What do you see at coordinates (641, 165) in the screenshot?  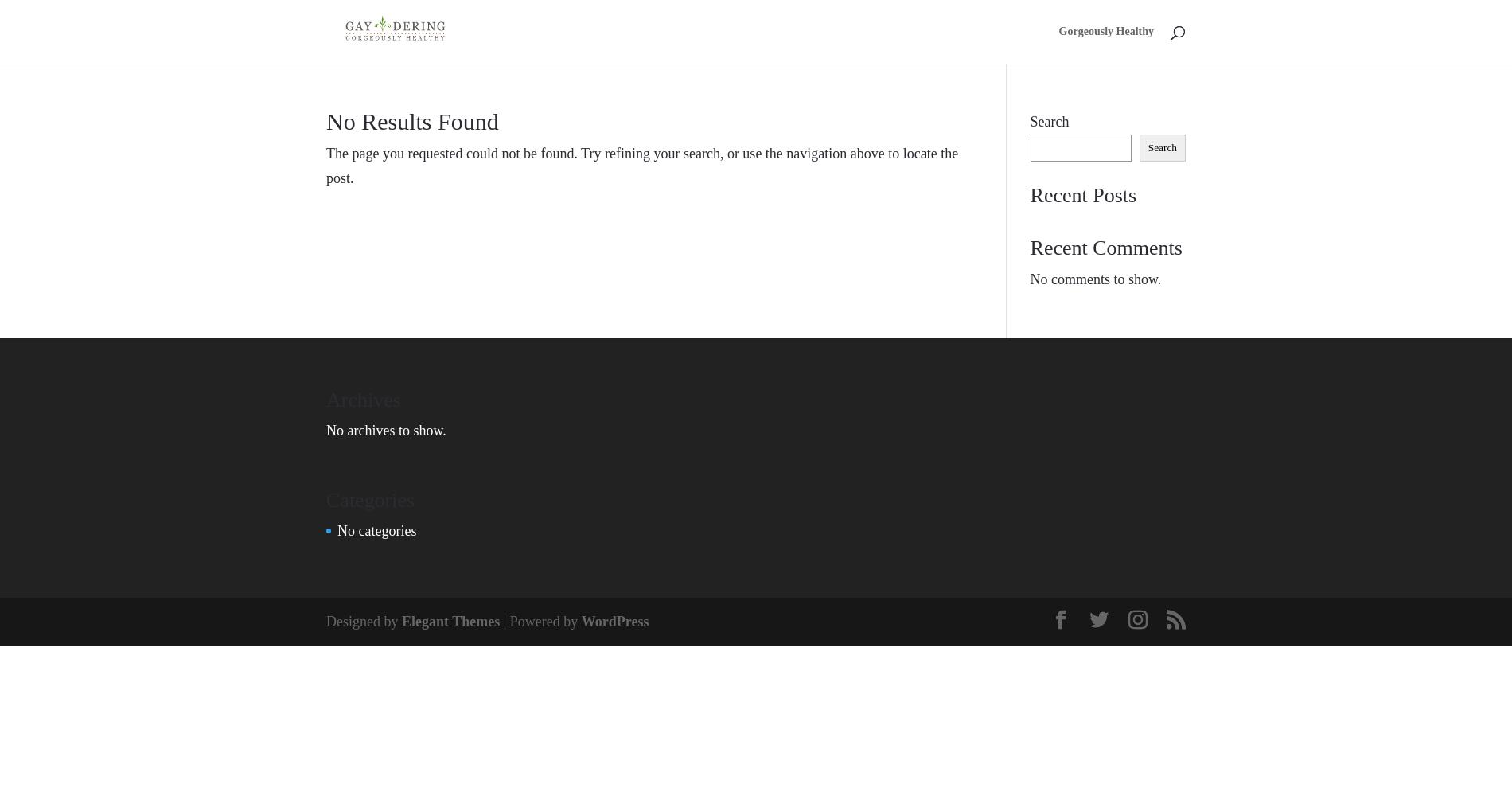 I see `'The page you requested could not be found. Try refining your search, or use the navigation above to locate the post.'` at bounding box center [641, 165].